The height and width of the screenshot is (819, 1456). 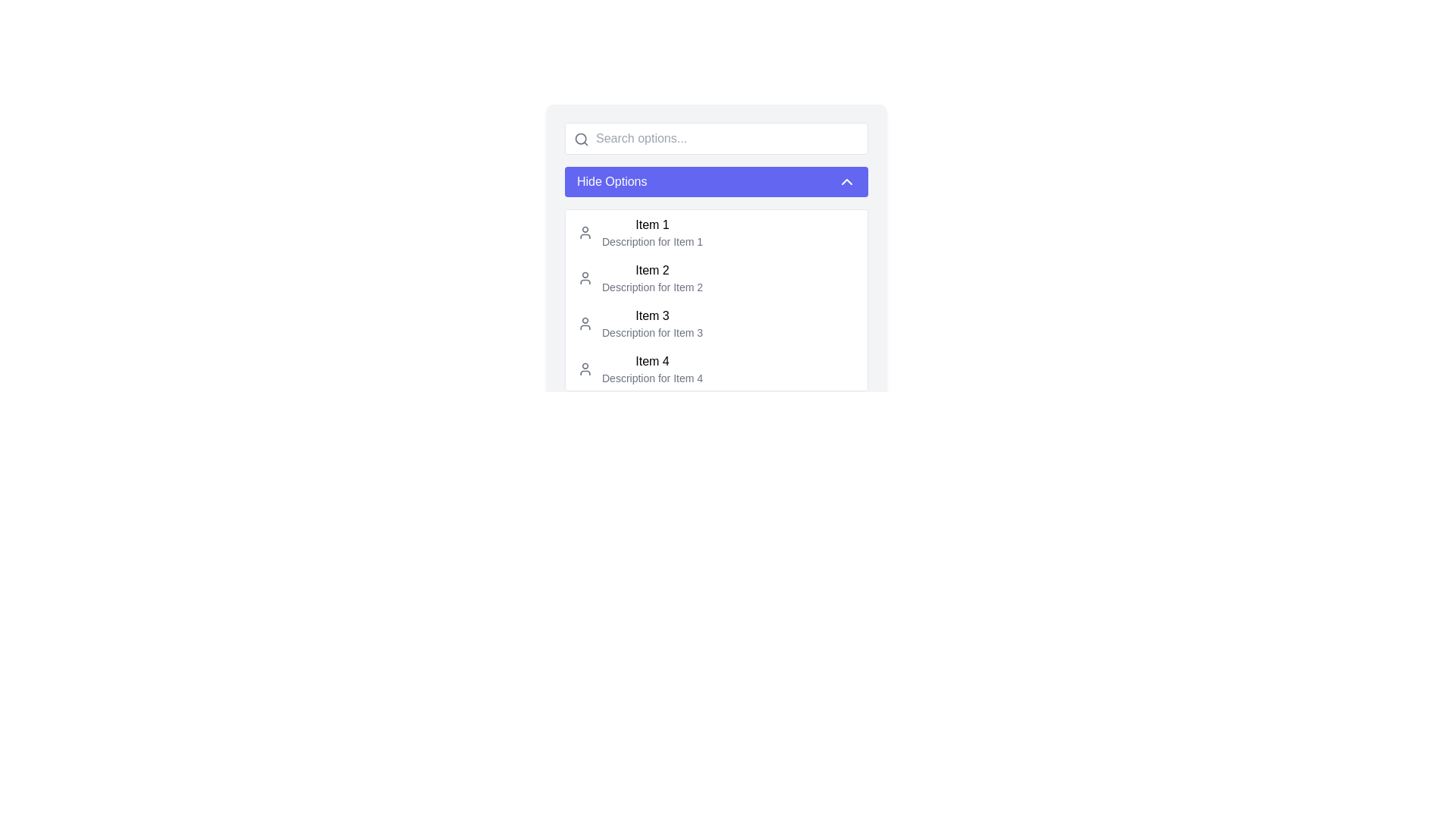 What do you see at coordinates (652, 362) in the screenshot?
I see `the text label displaying 'Item 4', which is the fourth item in a dropdown menu list` at bounding box center [652, 362].